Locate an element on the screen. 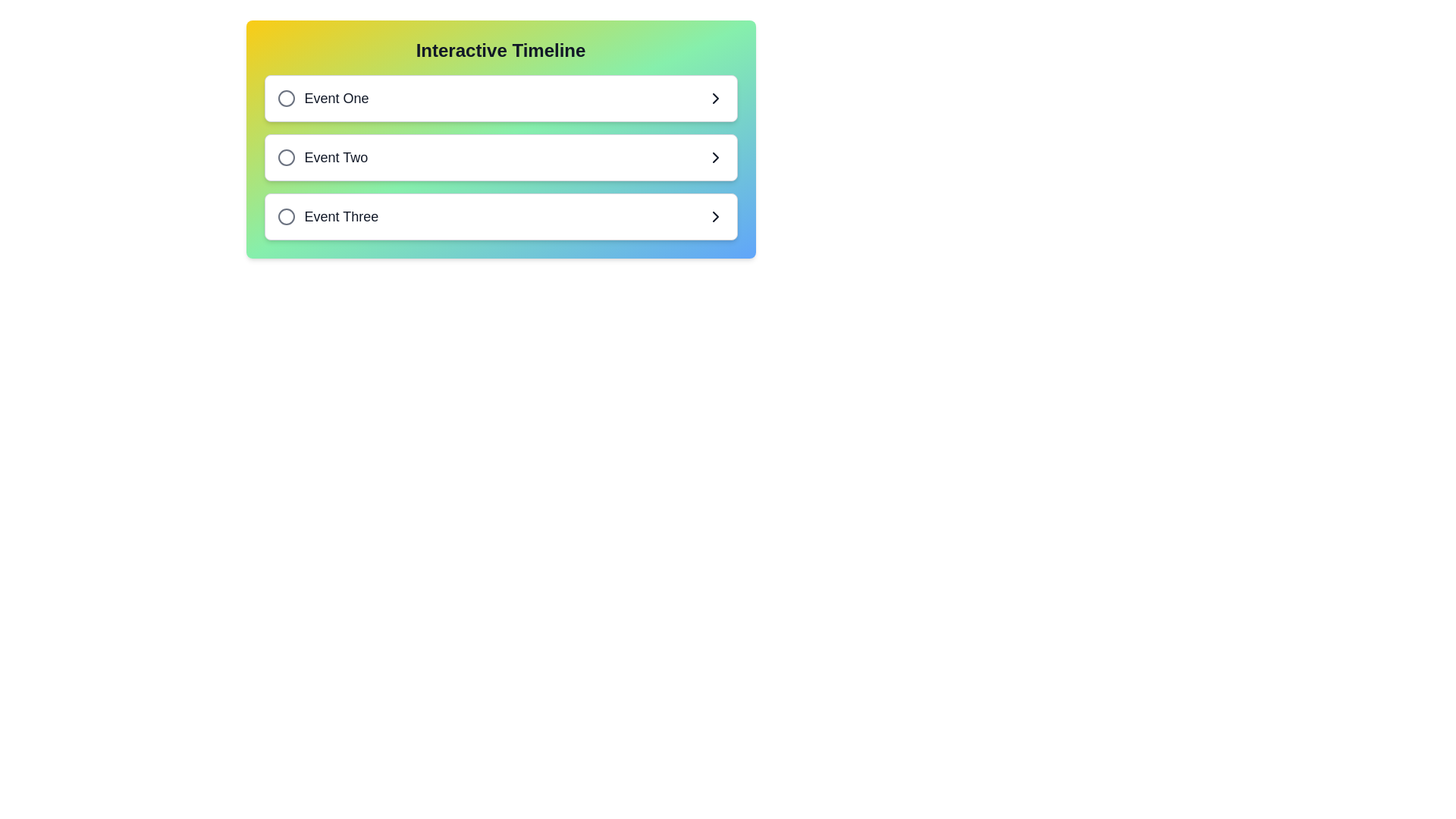 The image size is (1456, 819). the text label that describes the event corresponding to the first list item in the vertical list of events, which is located next to a circular icon and aligned with a surrounding box is located at coordinates (336, 99).